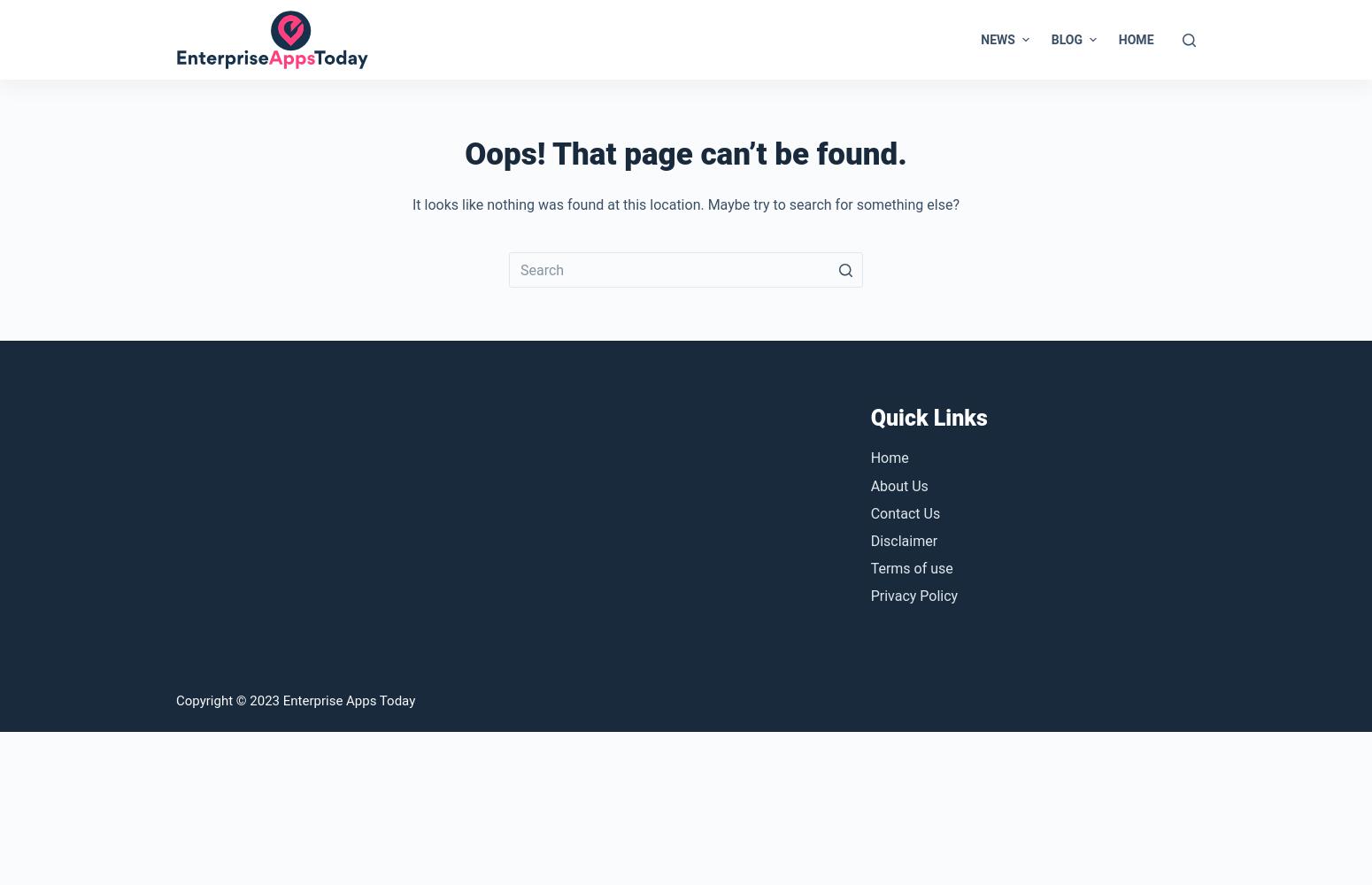  I want to click on 'Contact Us', so click(905, 512).